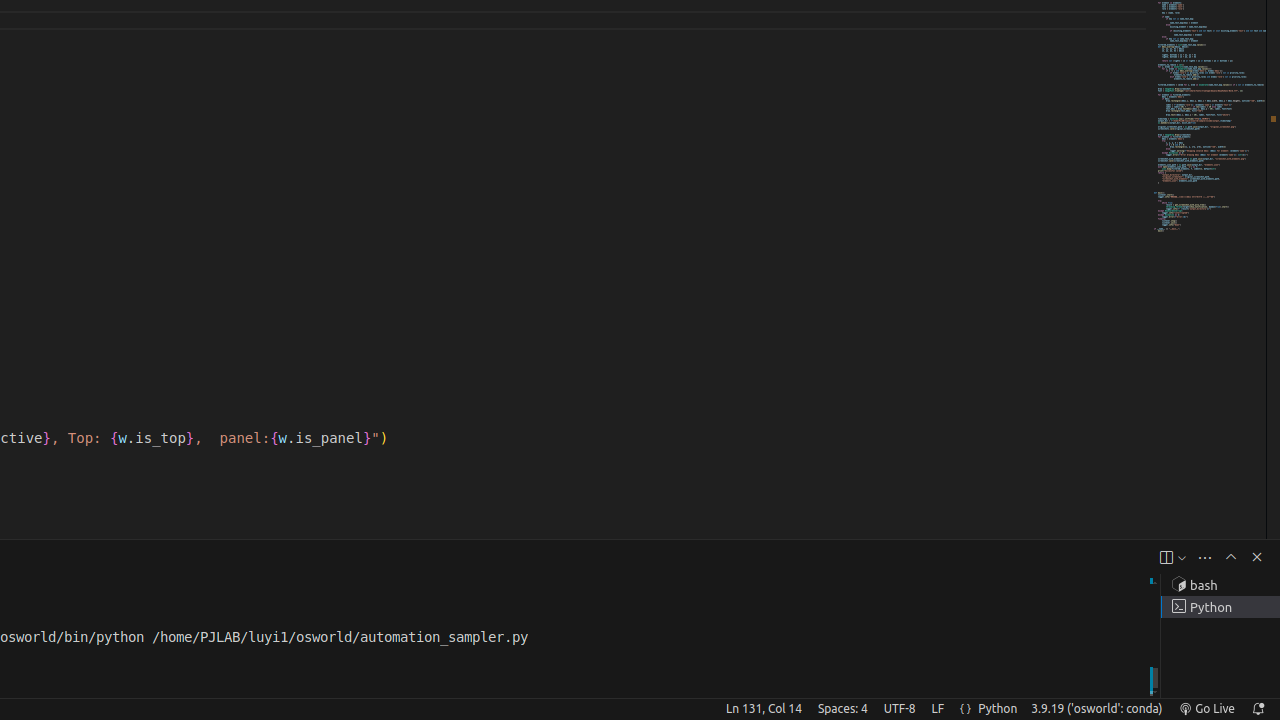  I want to click on 'Launch Profile...', so click(1181, 557).